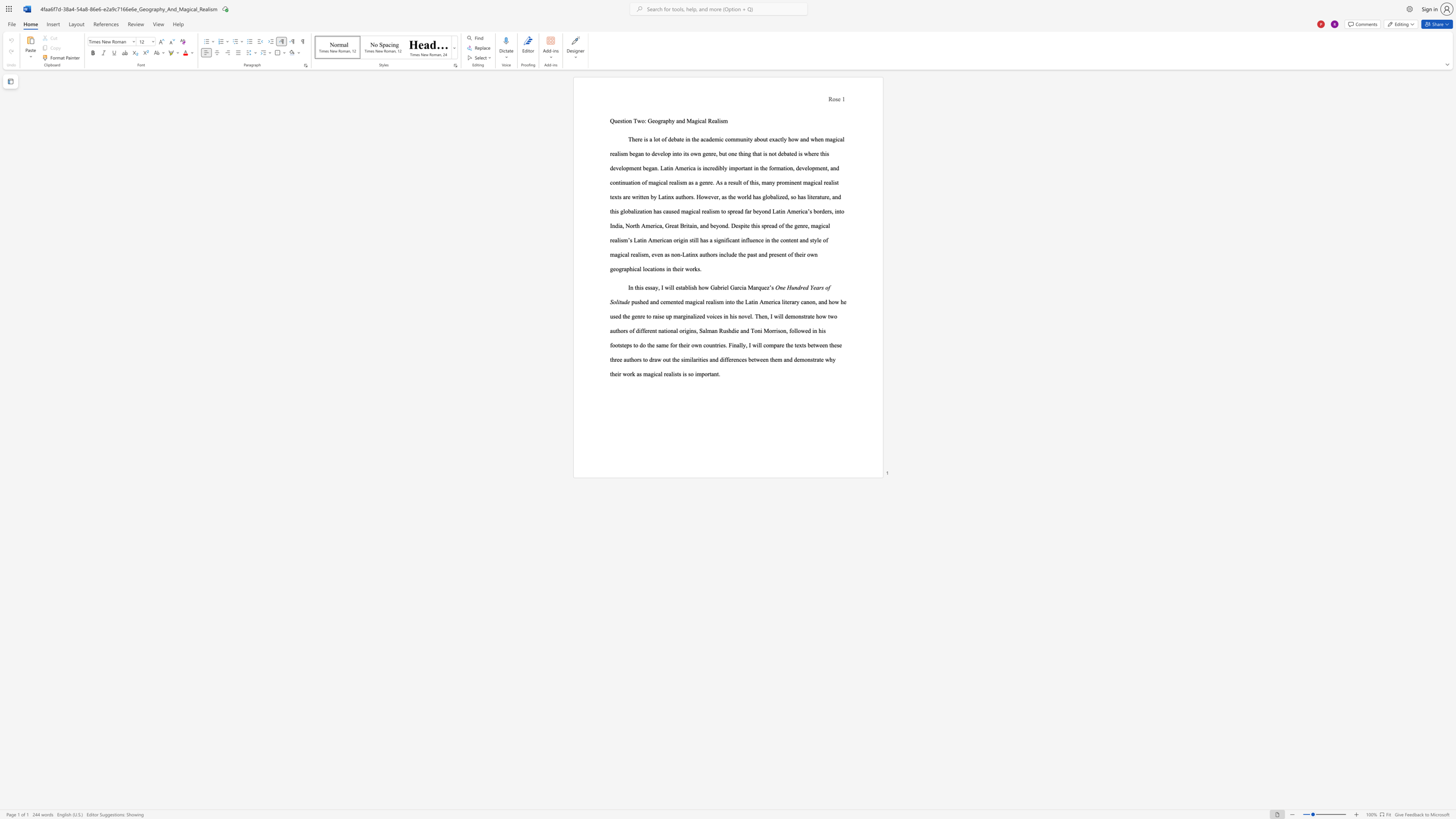 Image resolution: width=1456 pixels, height=819 pixels. What do you see at coordinates (795, 315) in the screenshot?
I see `the subset text "onstrate" within the text "demonstrate"` at bounding box center [795, 315].